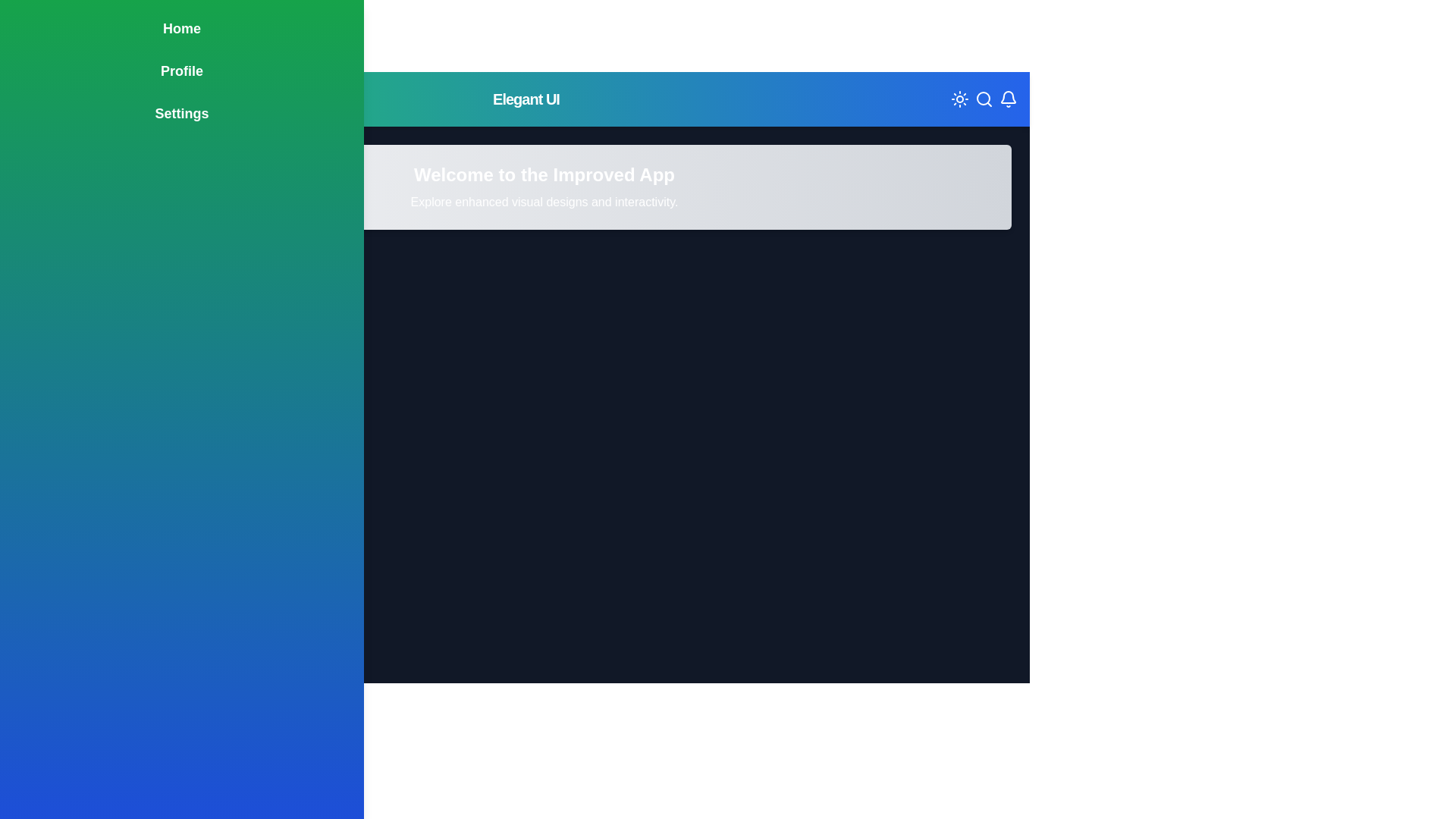 The width and height of the screenshot is (1456, 819). What do you see at coordinates (1008, 99) in the screenshot?
I see `the bell icon to view notifications` at bounding box center [1008, 99].